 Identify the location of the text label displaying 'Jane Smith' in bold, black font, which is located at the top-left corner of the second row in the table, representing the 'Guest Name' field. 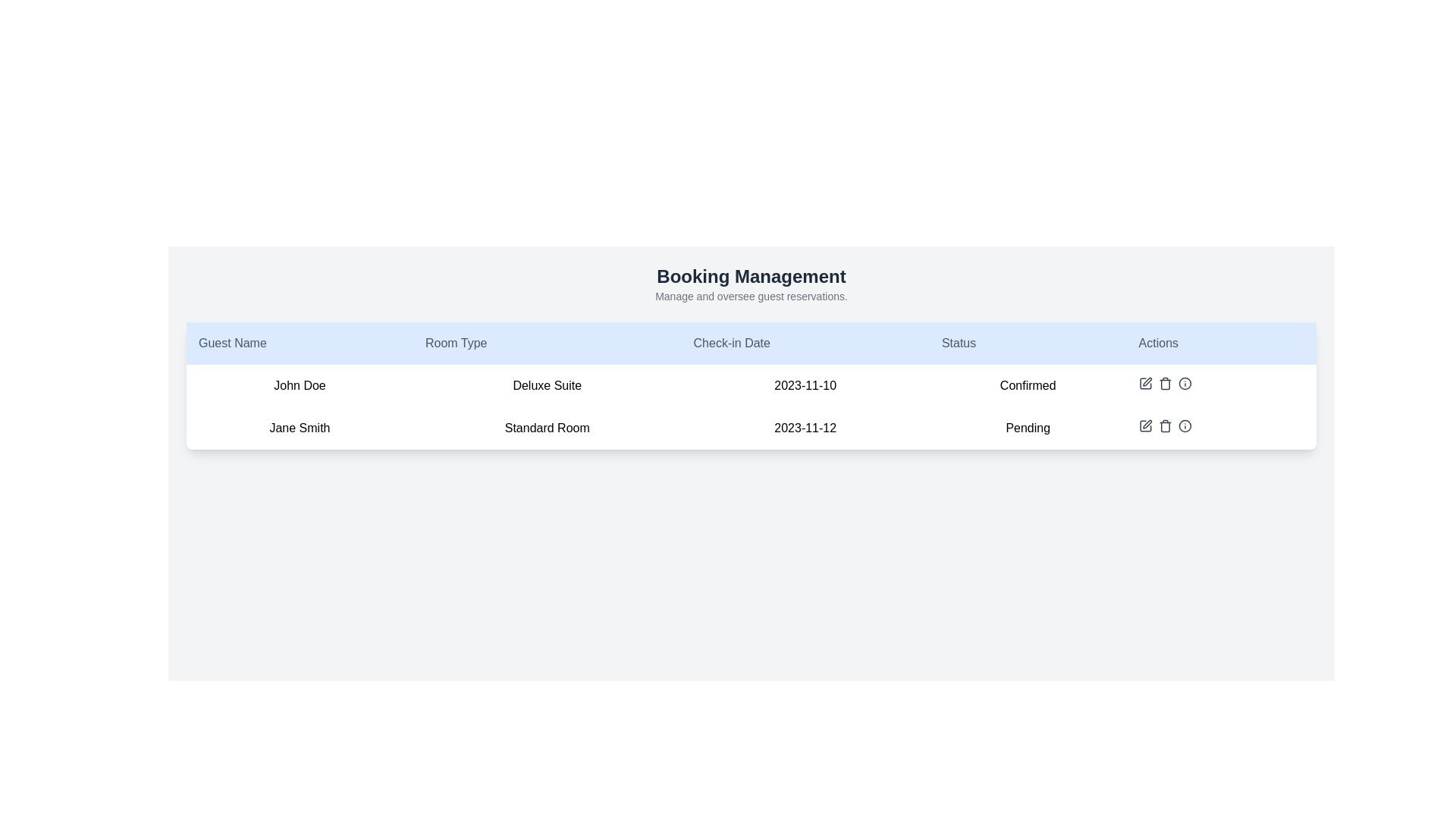
(300, 428).